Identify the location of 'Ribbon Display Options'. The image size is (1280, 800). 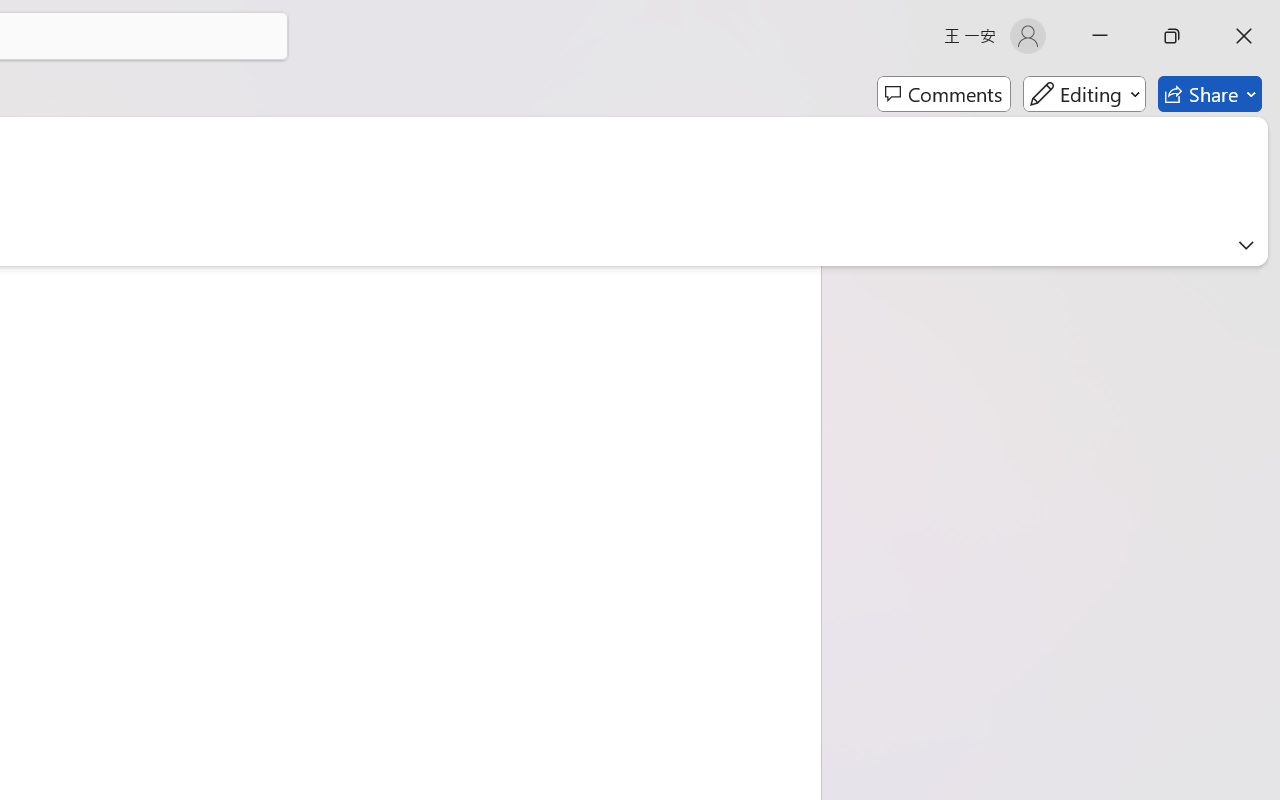
(1245, 244).